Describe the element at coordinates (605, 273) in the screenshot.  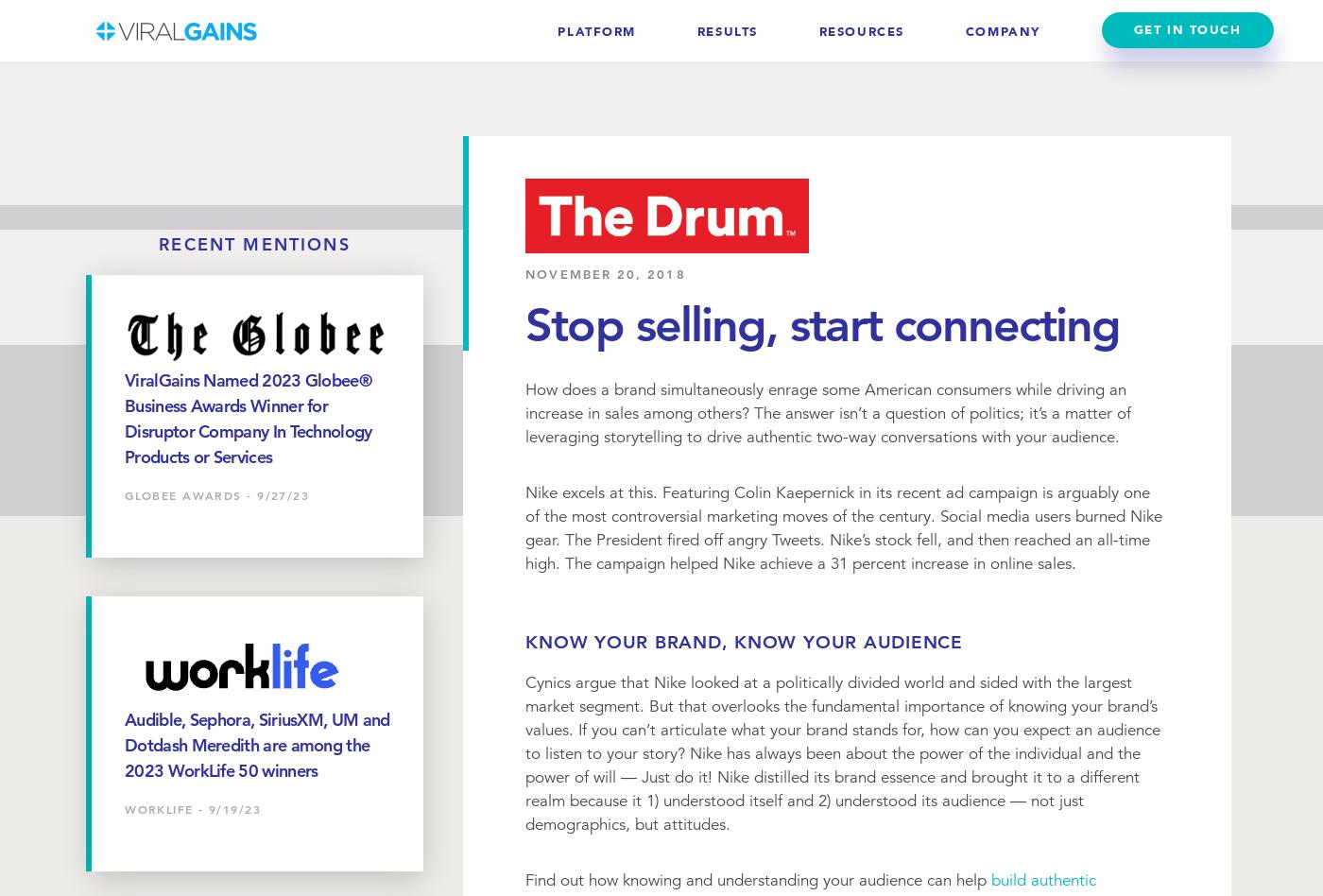
I see `'November 20, 2018'` at that location.